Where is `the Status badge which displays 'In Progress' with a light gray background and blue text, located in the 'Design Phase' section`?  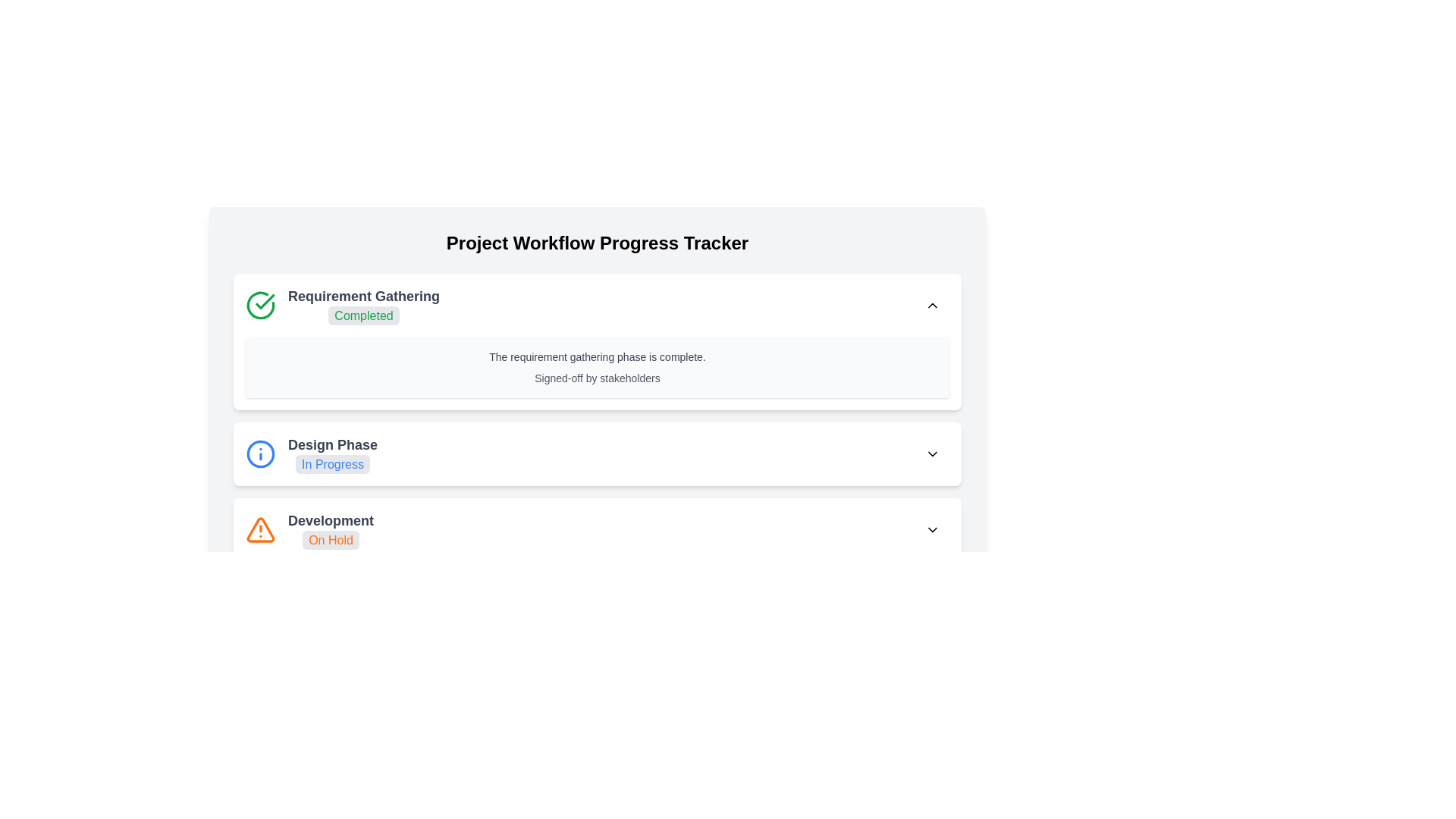
the Status badge which displays 'In Progress' with a light gray background and blue text, located in the 'Design Phase' section is located at coordinates (332, 463).